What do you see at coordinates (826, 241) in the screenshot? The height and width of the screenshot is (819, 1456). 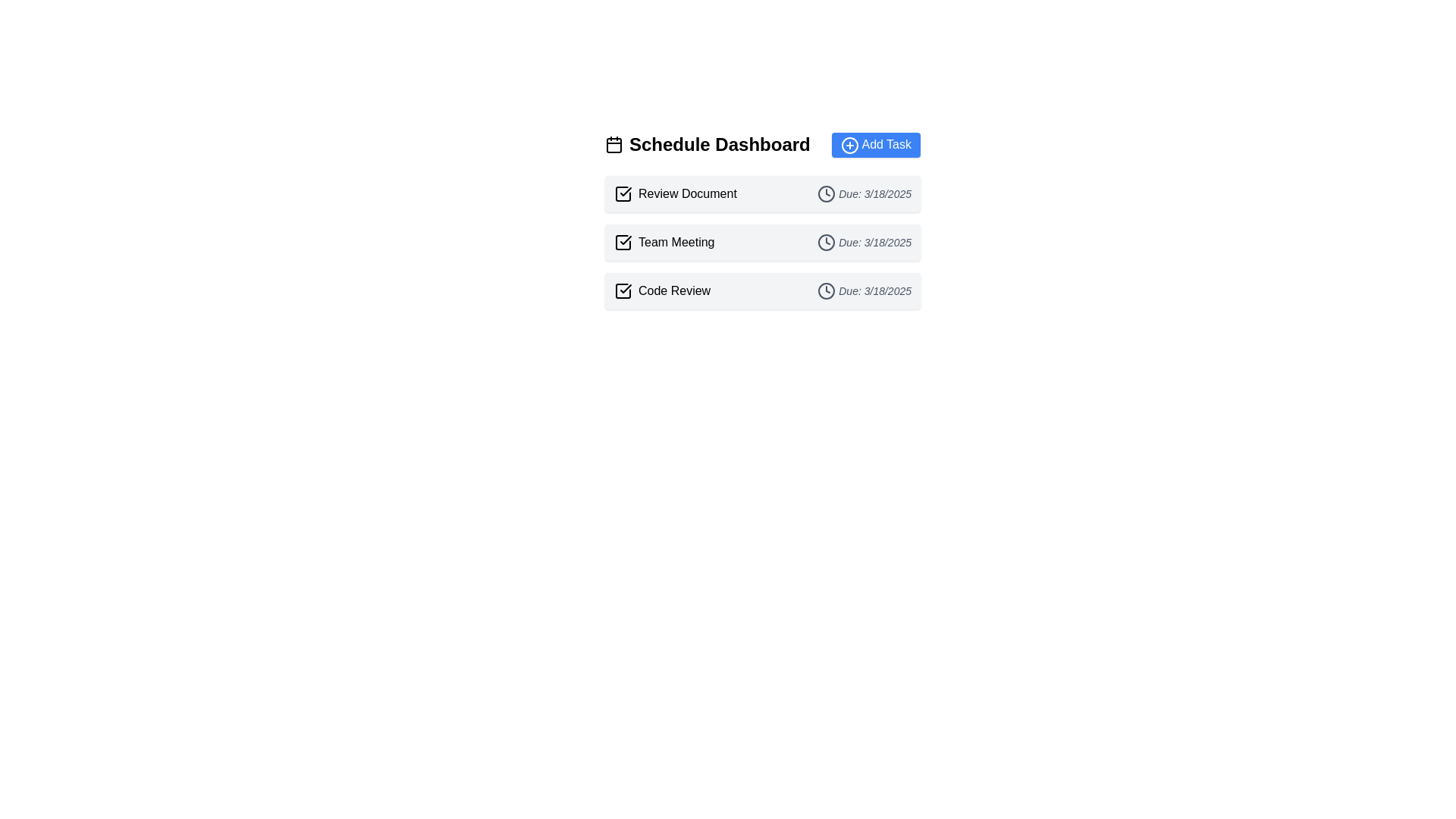 I see `the time-related indicator icon located in the second row of the task list next to the text 'Due: 3/18/2025'` at bounding box center [826, 241].